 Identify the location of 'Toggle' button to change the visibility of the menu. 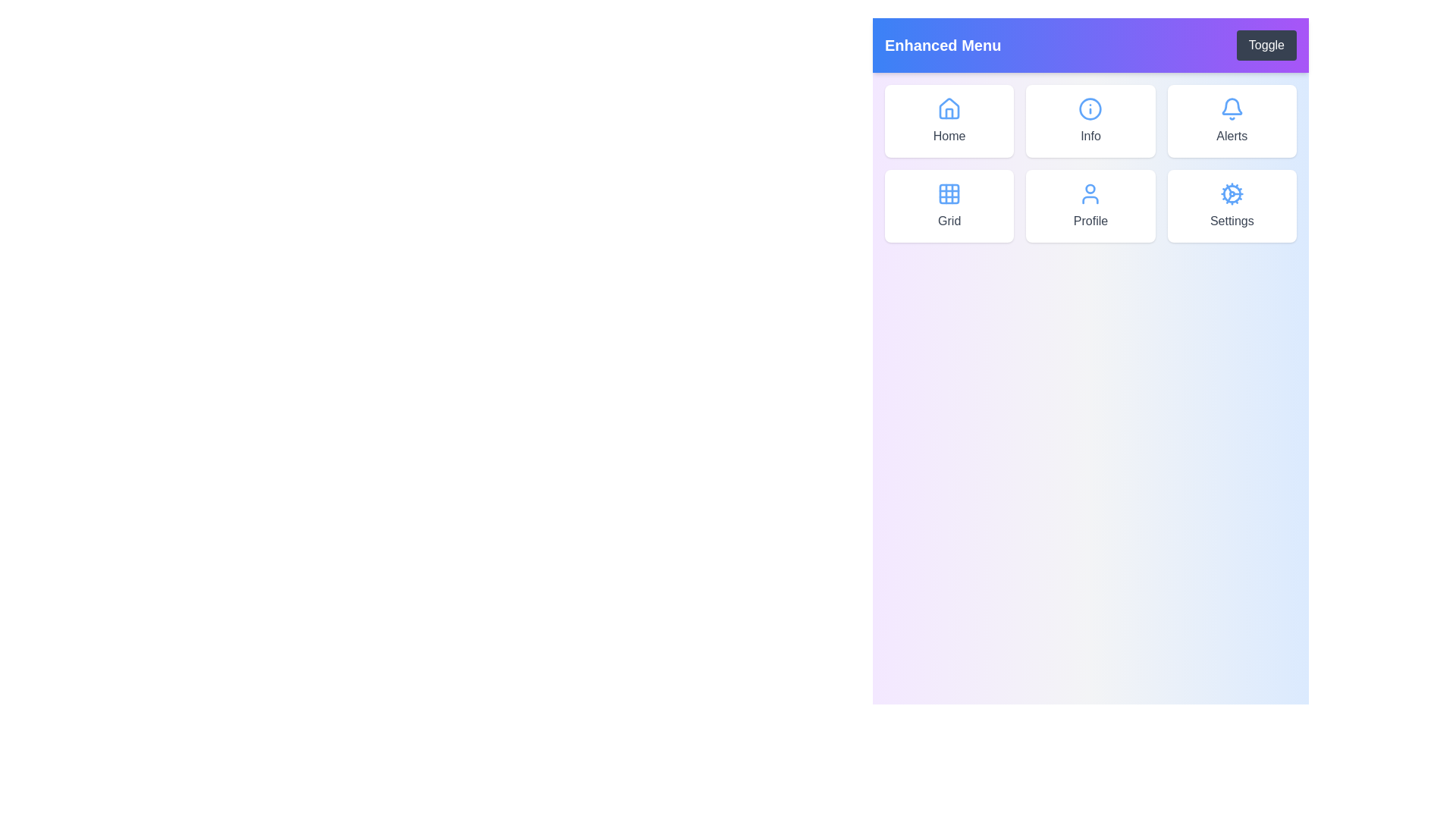
(1266, 45).